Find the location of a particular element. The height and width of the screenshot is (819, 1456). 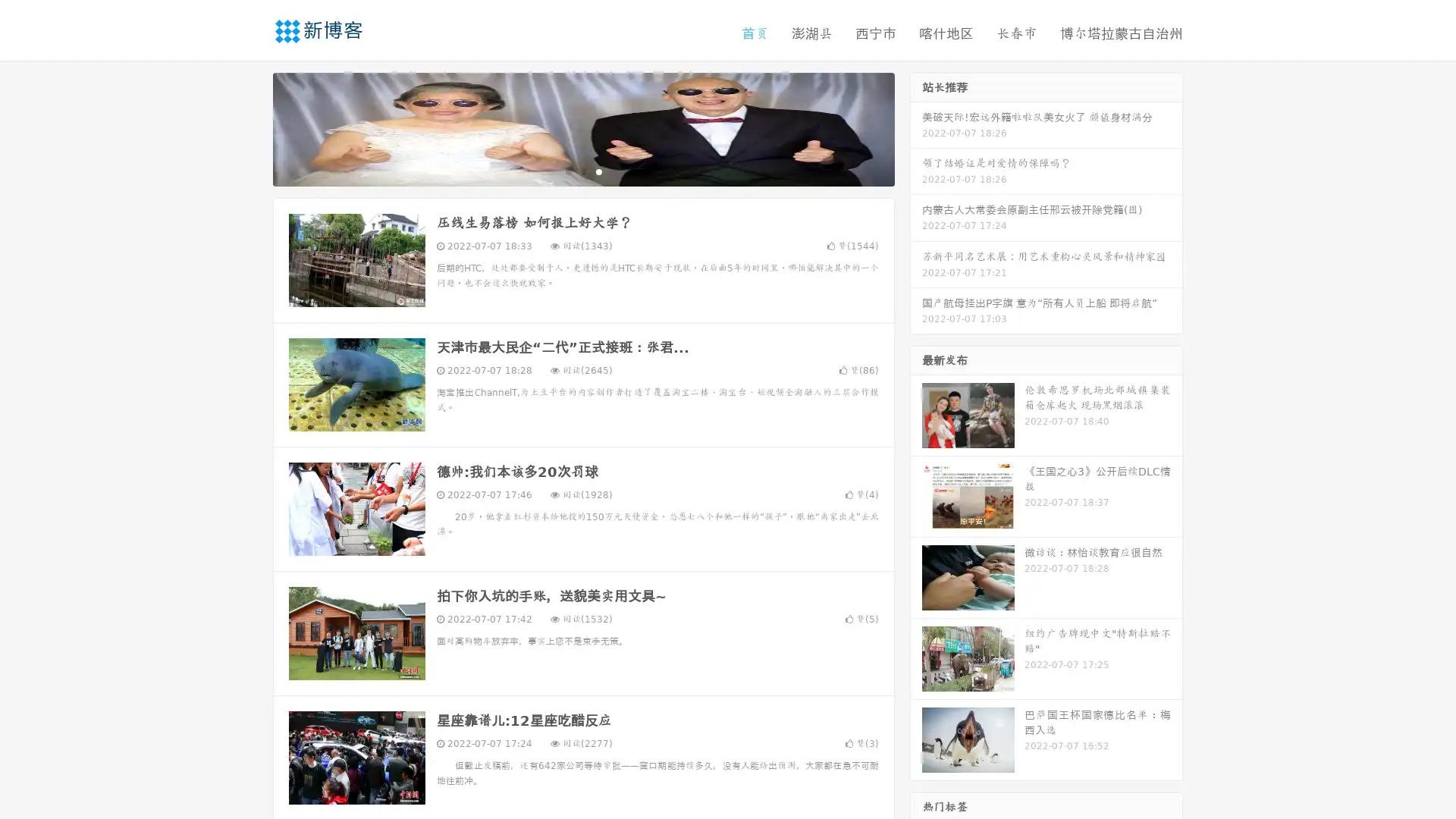

Go to slide 2 is located at coordinates (582, 171).